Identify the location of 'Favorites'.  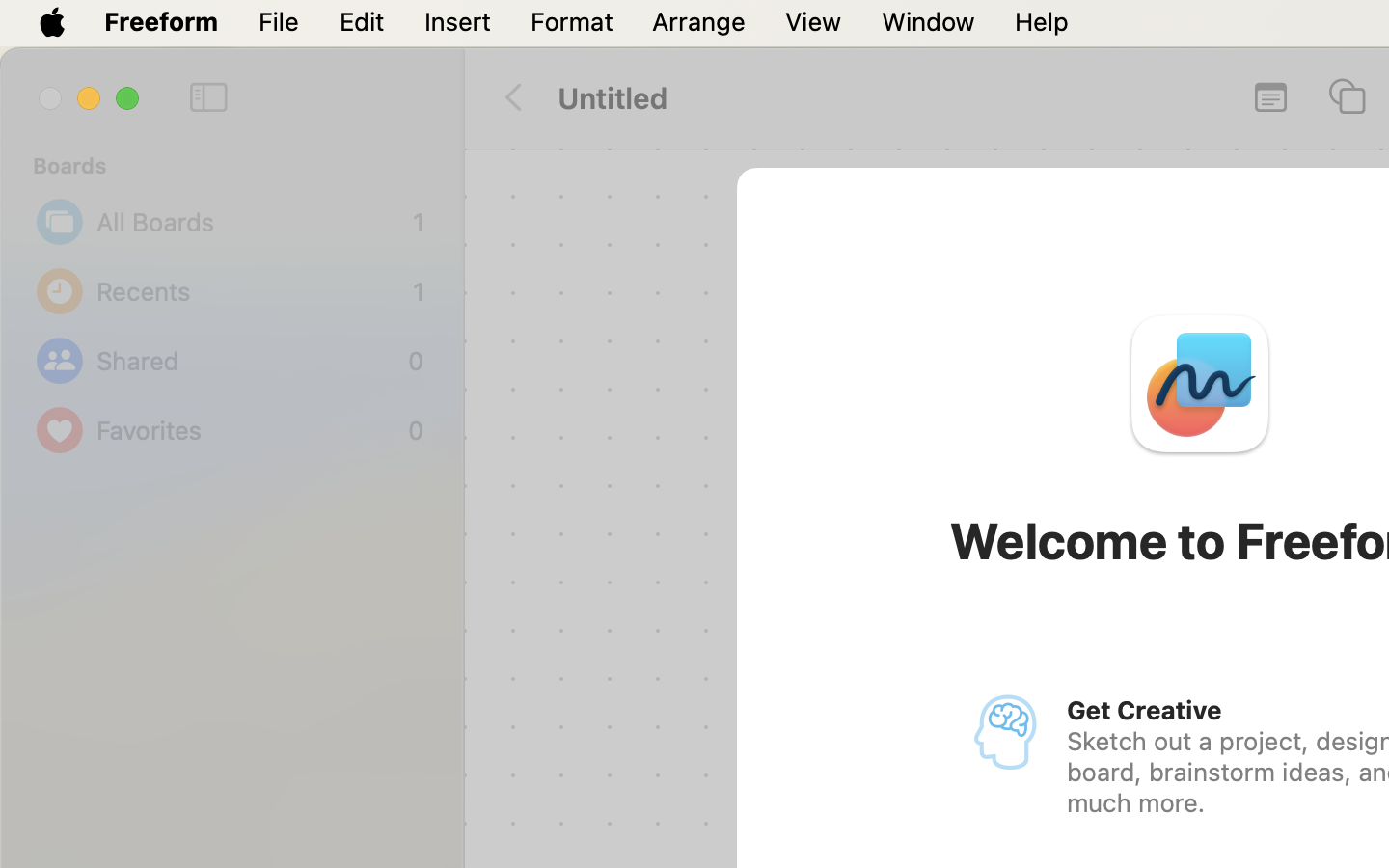
(246, 430).